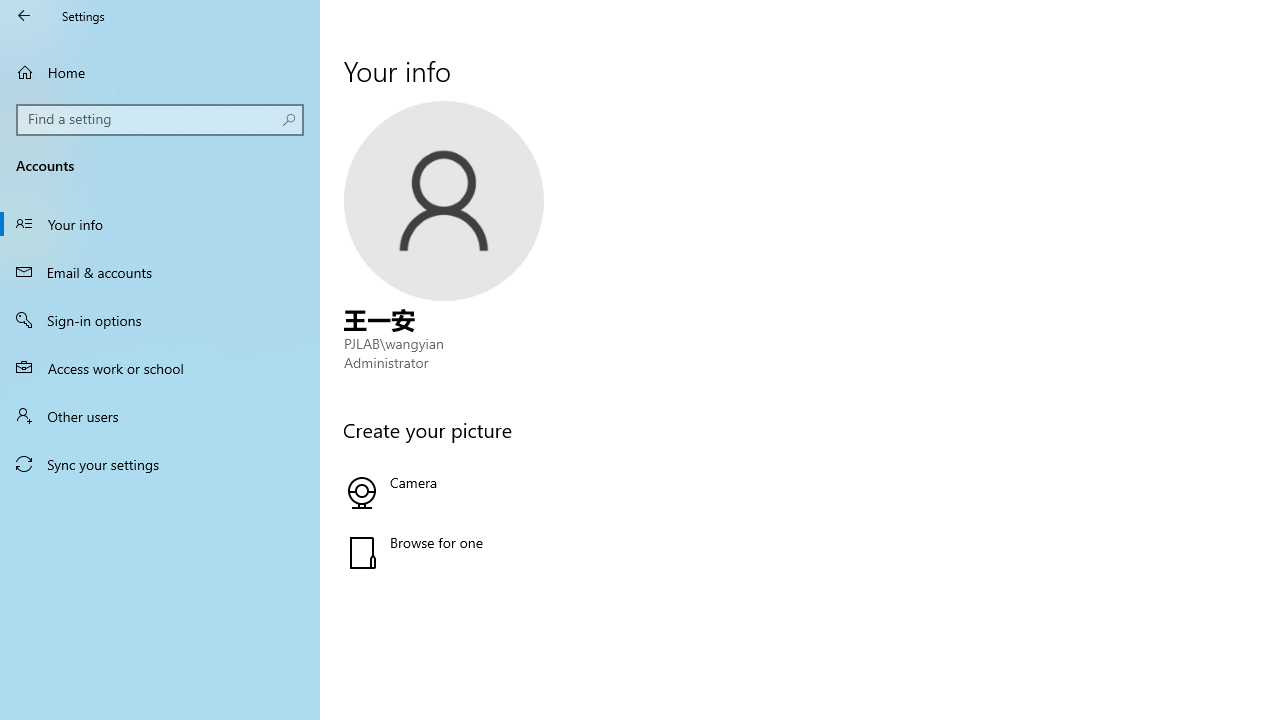 The image size is (1280, 720). What do you see at coordinates (160, 319) in the screenshot?
I see `'Sign-in options'` at bounding box center [160, 319].